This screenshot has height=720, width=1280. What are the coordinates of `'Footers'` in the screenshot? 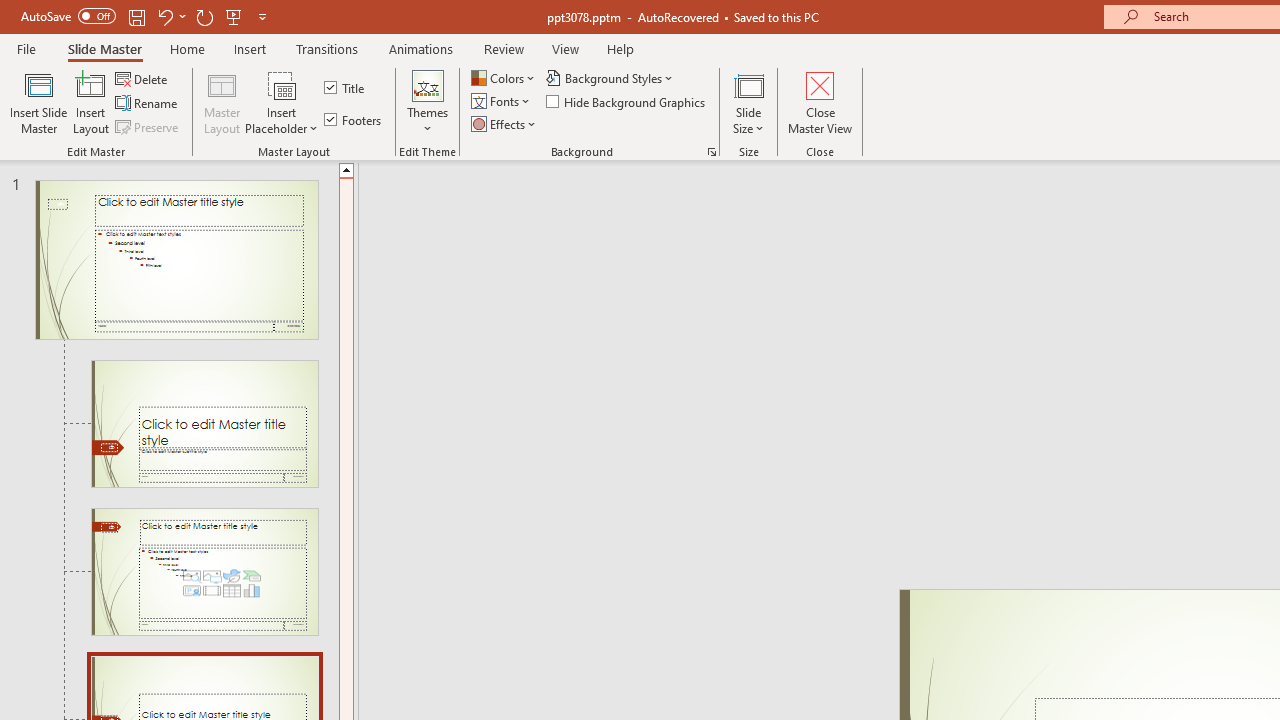 It's located at (354, 119).